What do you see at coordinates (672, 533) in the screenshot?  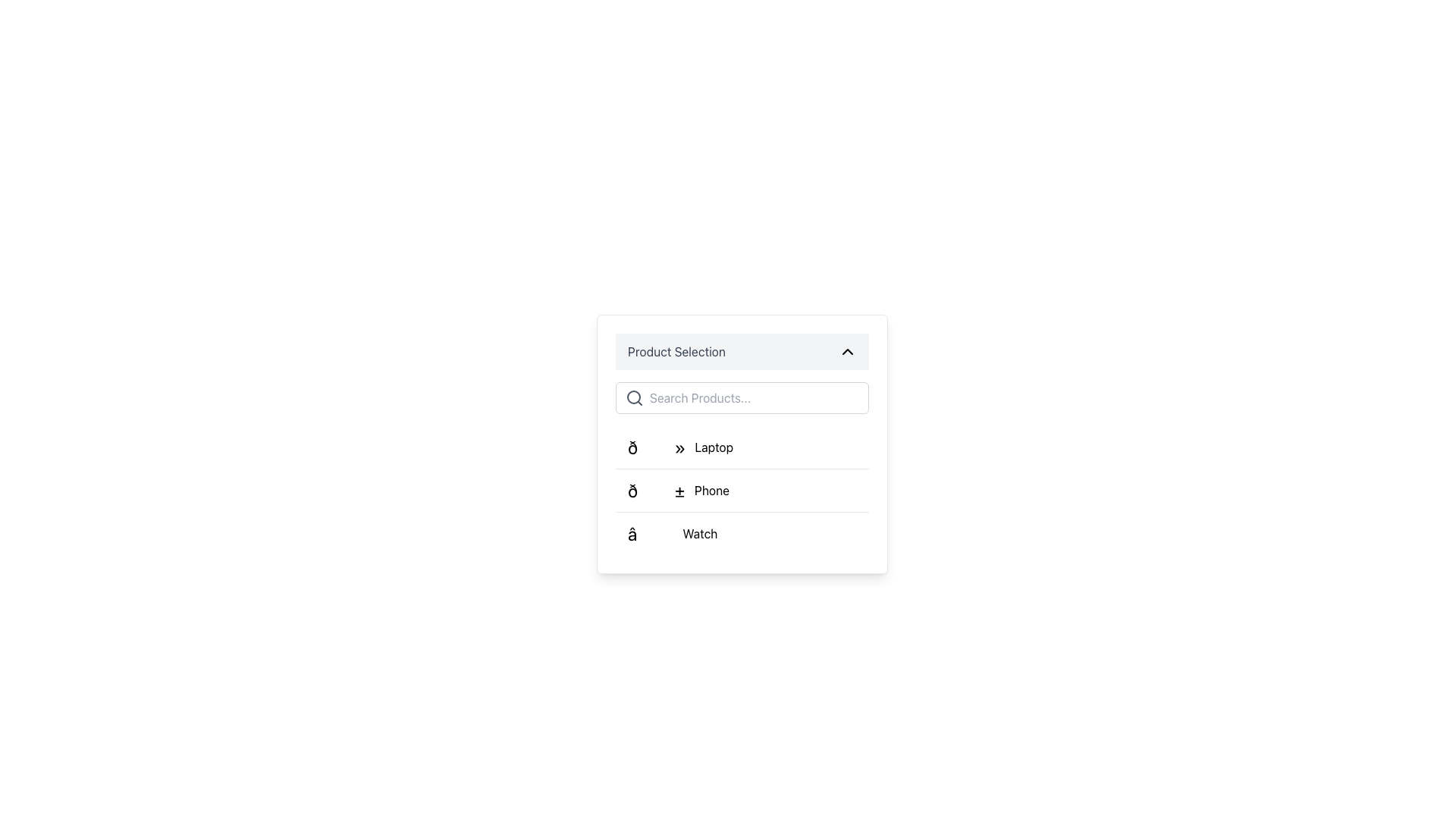 I see `the 'Watch' option in the dropdown menu, which is the last item in the list following 'Laptop' and 'Phone'` at bounding box center [672, 533].